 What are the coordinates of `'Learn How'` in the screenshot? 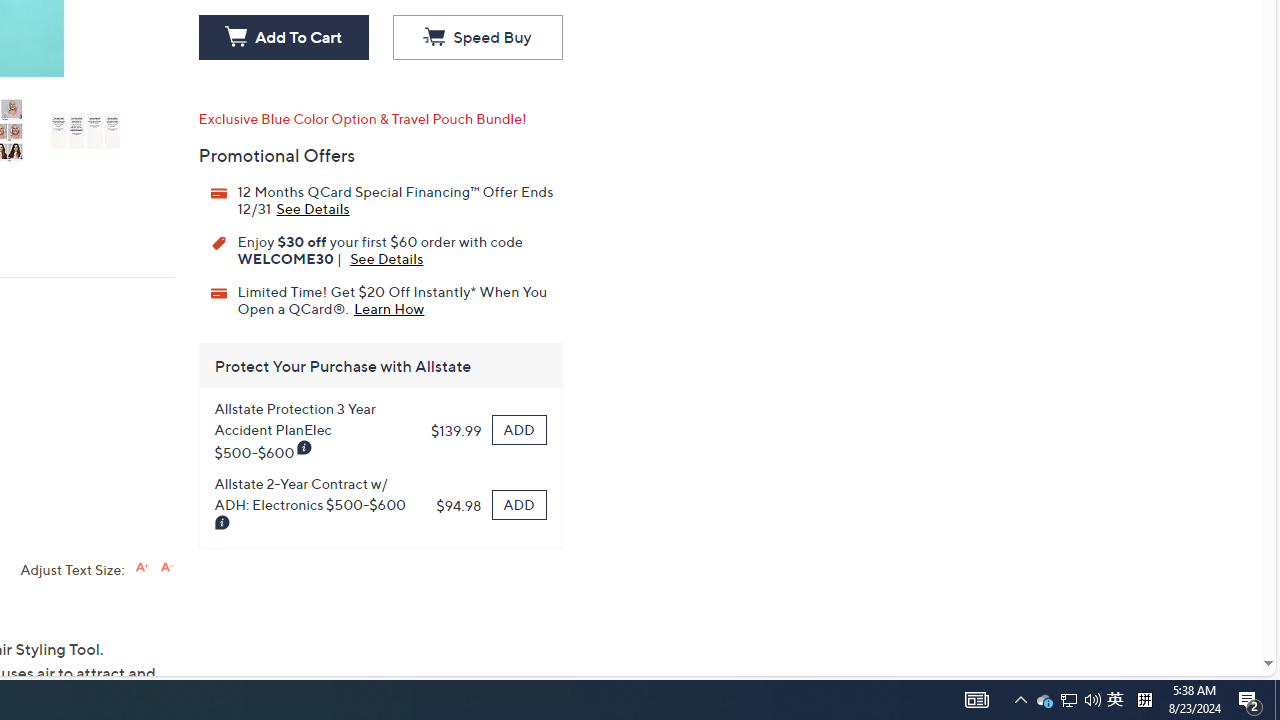 It's located at (389, 307).